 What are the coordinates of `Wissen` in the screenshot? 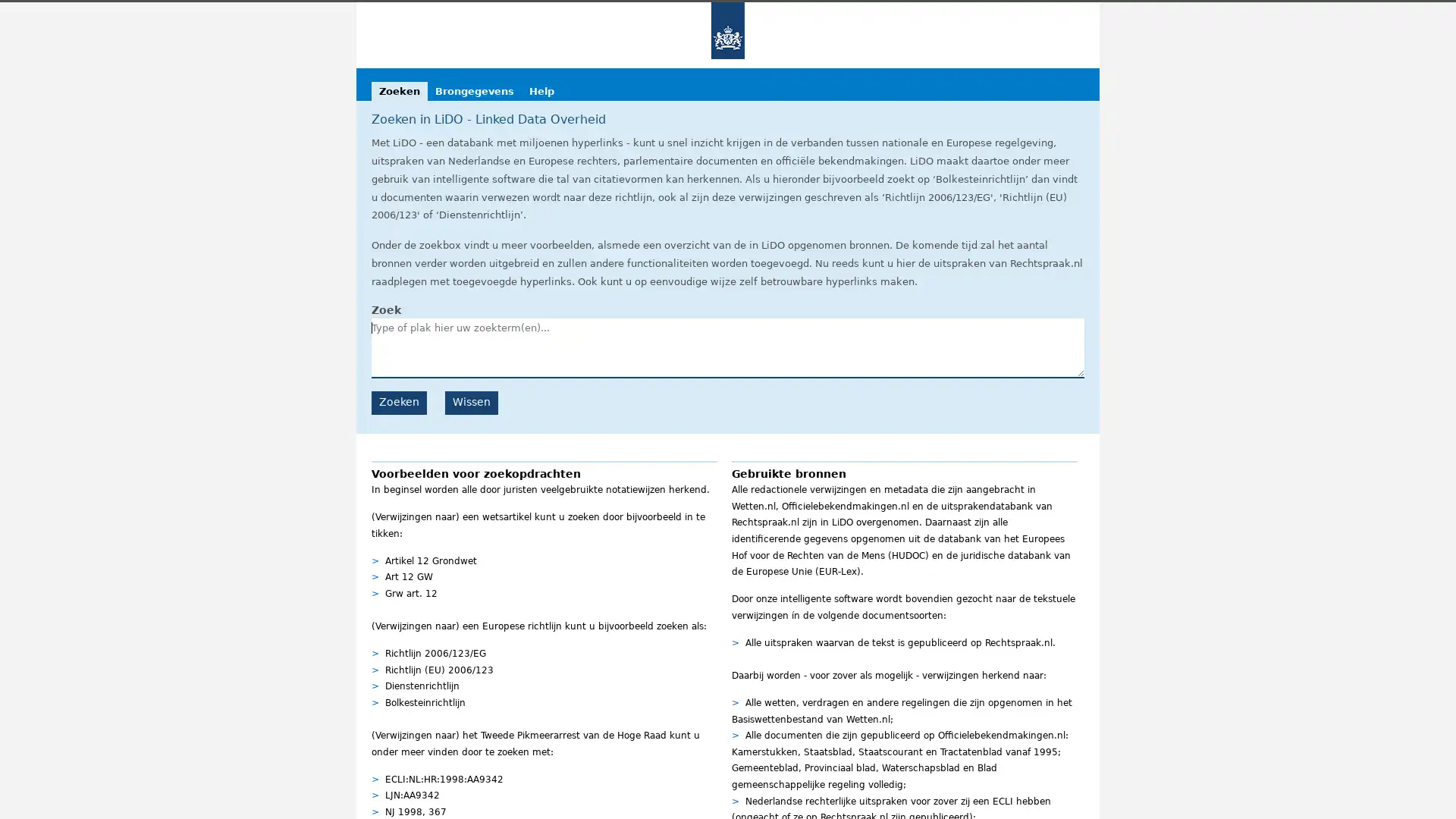 It's located at (471, 402).